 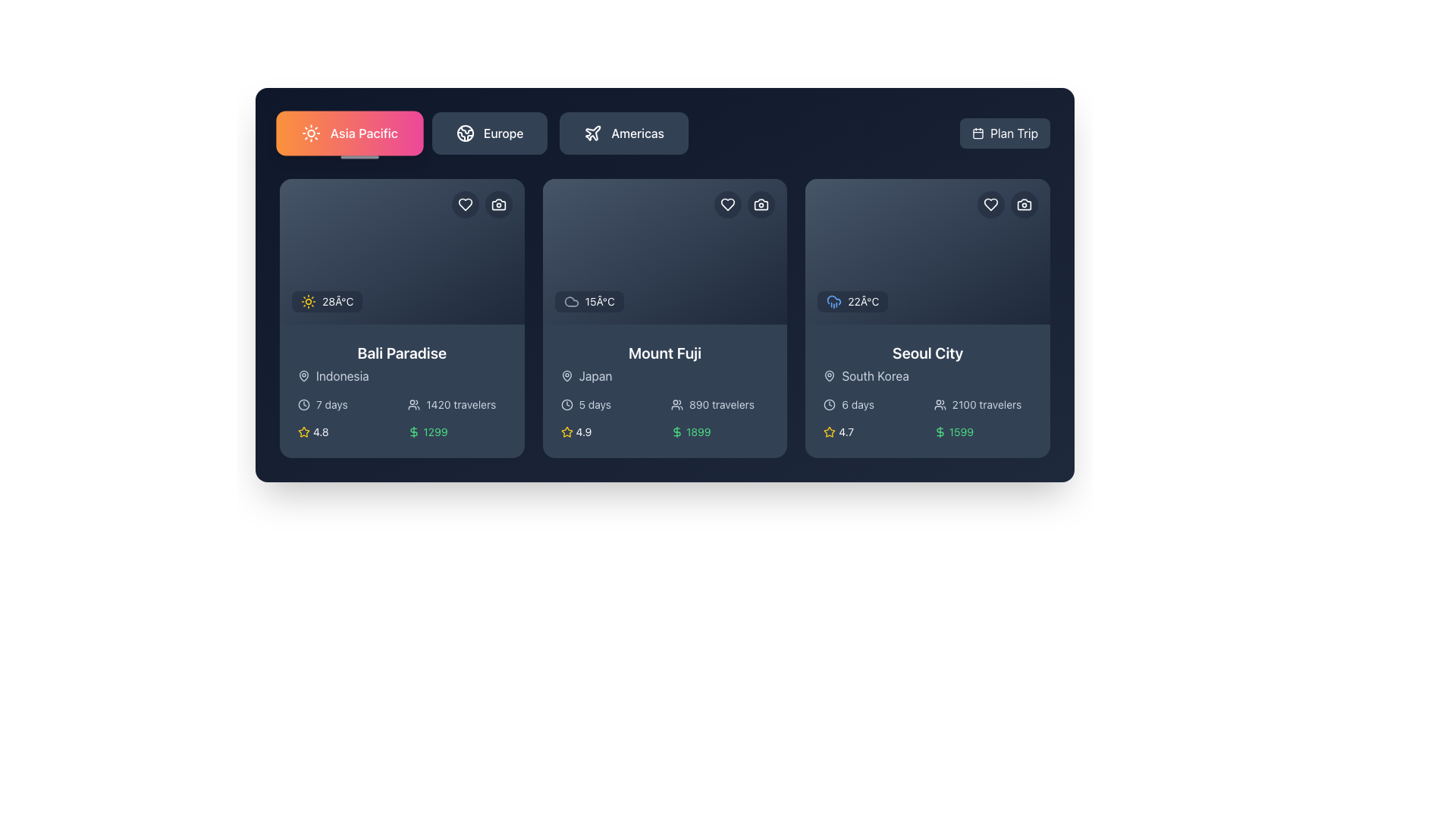 I want to click on the camera icon located in the top right corner of the 'Seoul City' card, which serves as an action button for uploading or viewing photos, so click(x=1024, y=205).